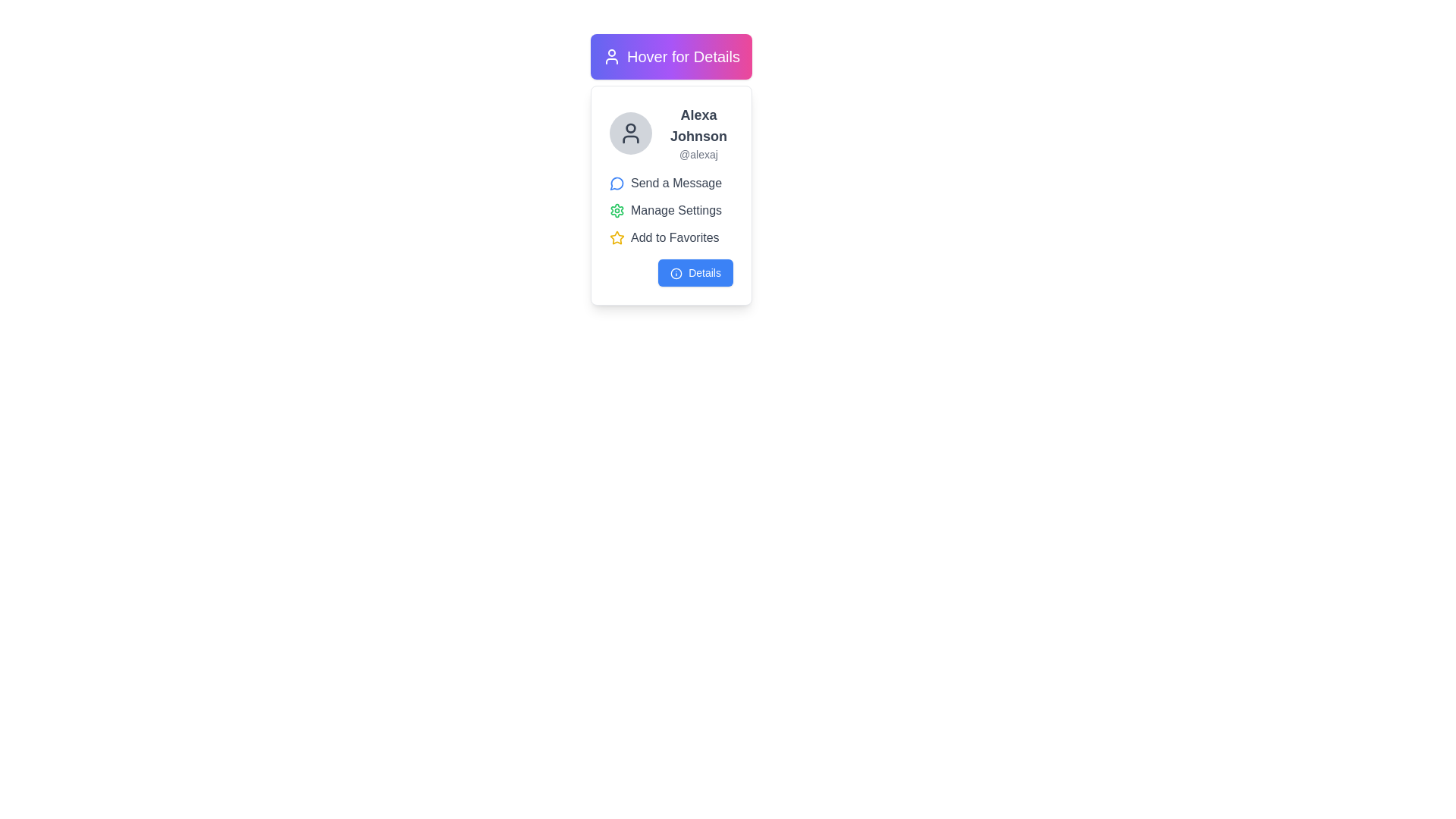  Describe the element at coordinates (670, 133) in the screenshot. I see `the username 'Alexa Johnson' in the user profile summary display` at that location.